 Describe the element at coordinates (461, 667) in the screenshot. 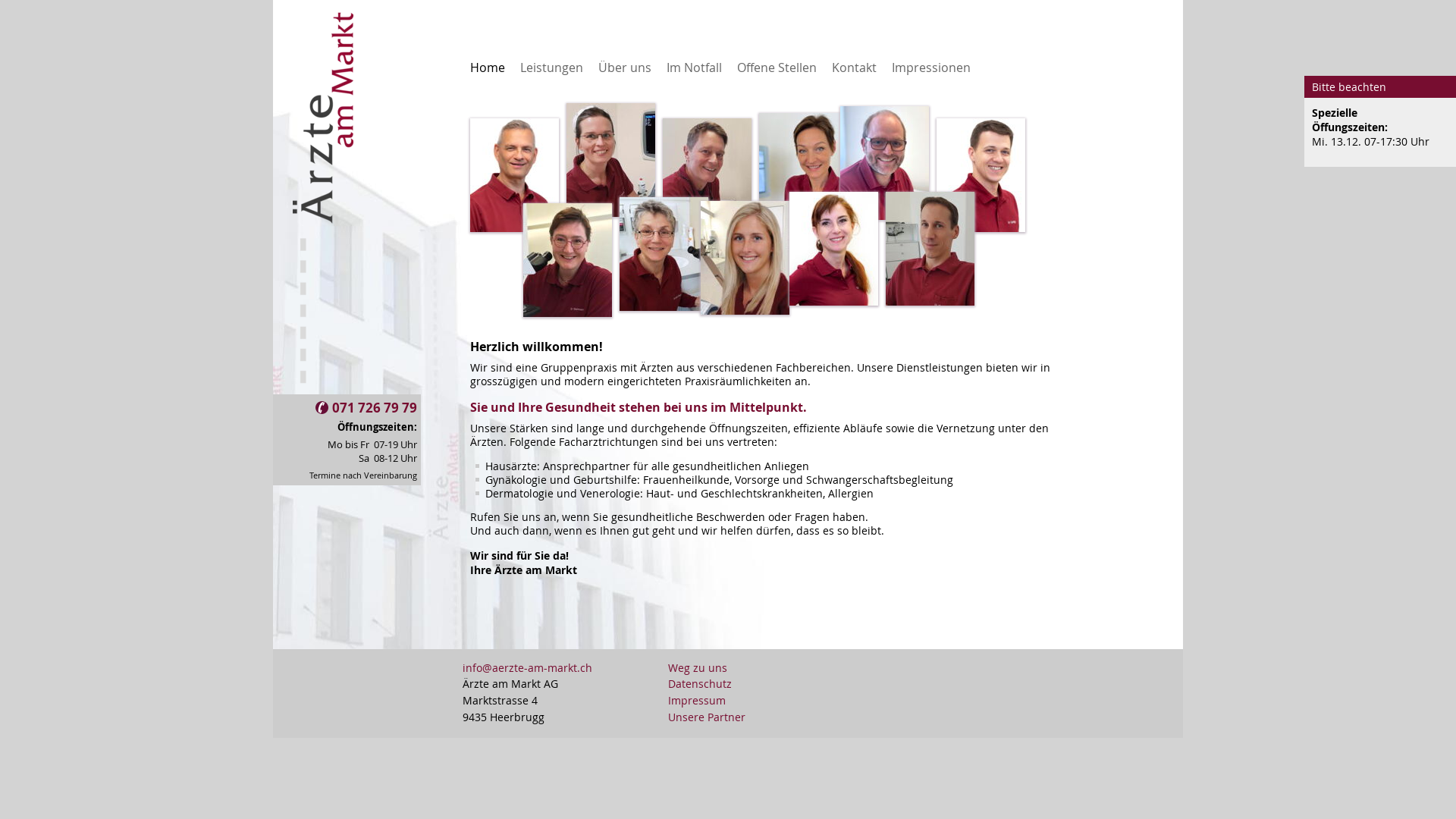

I see `'info@aerzte-am-markt.ch'` at that location.